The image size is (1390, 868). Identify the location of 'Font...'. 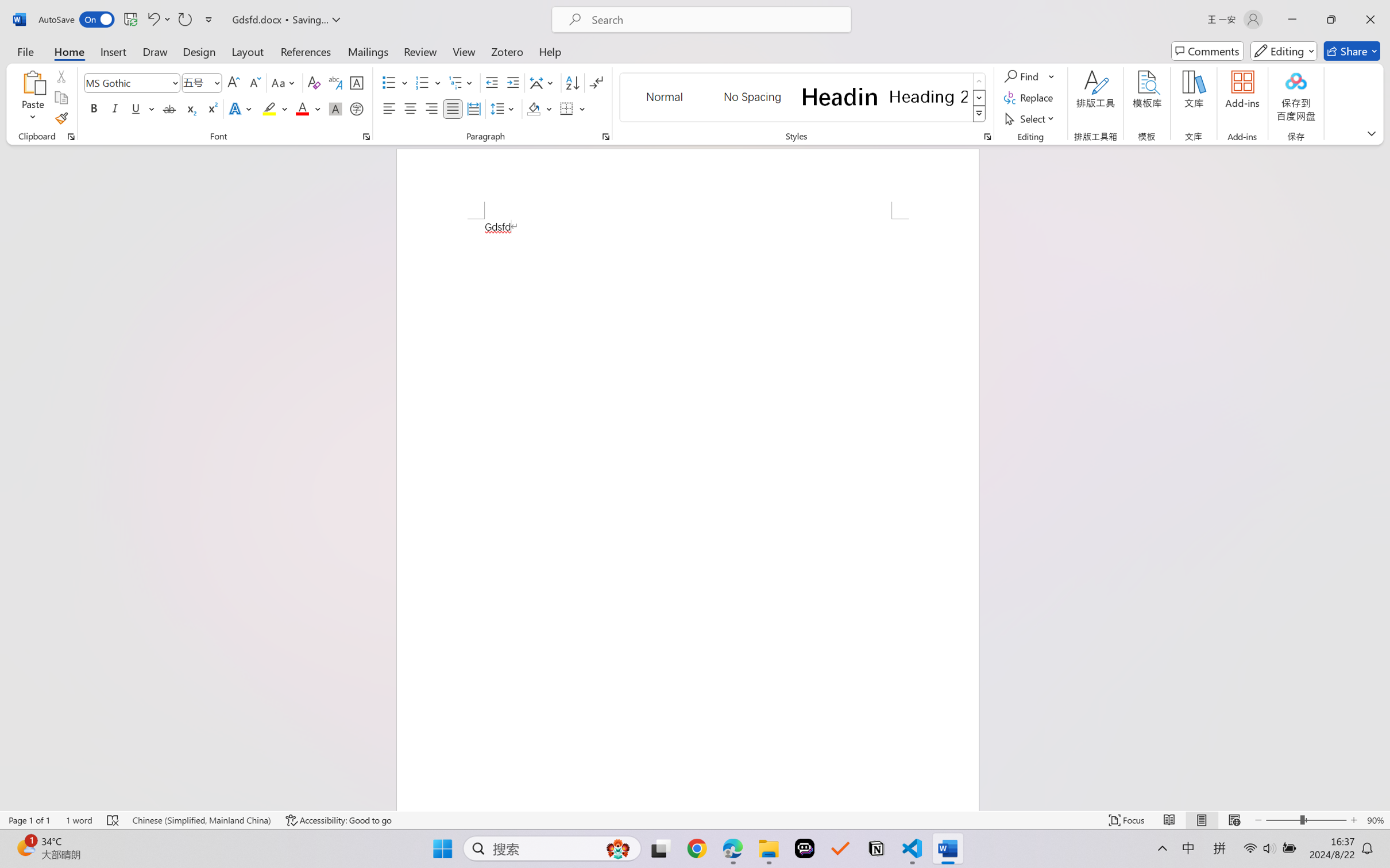
(366, 136).